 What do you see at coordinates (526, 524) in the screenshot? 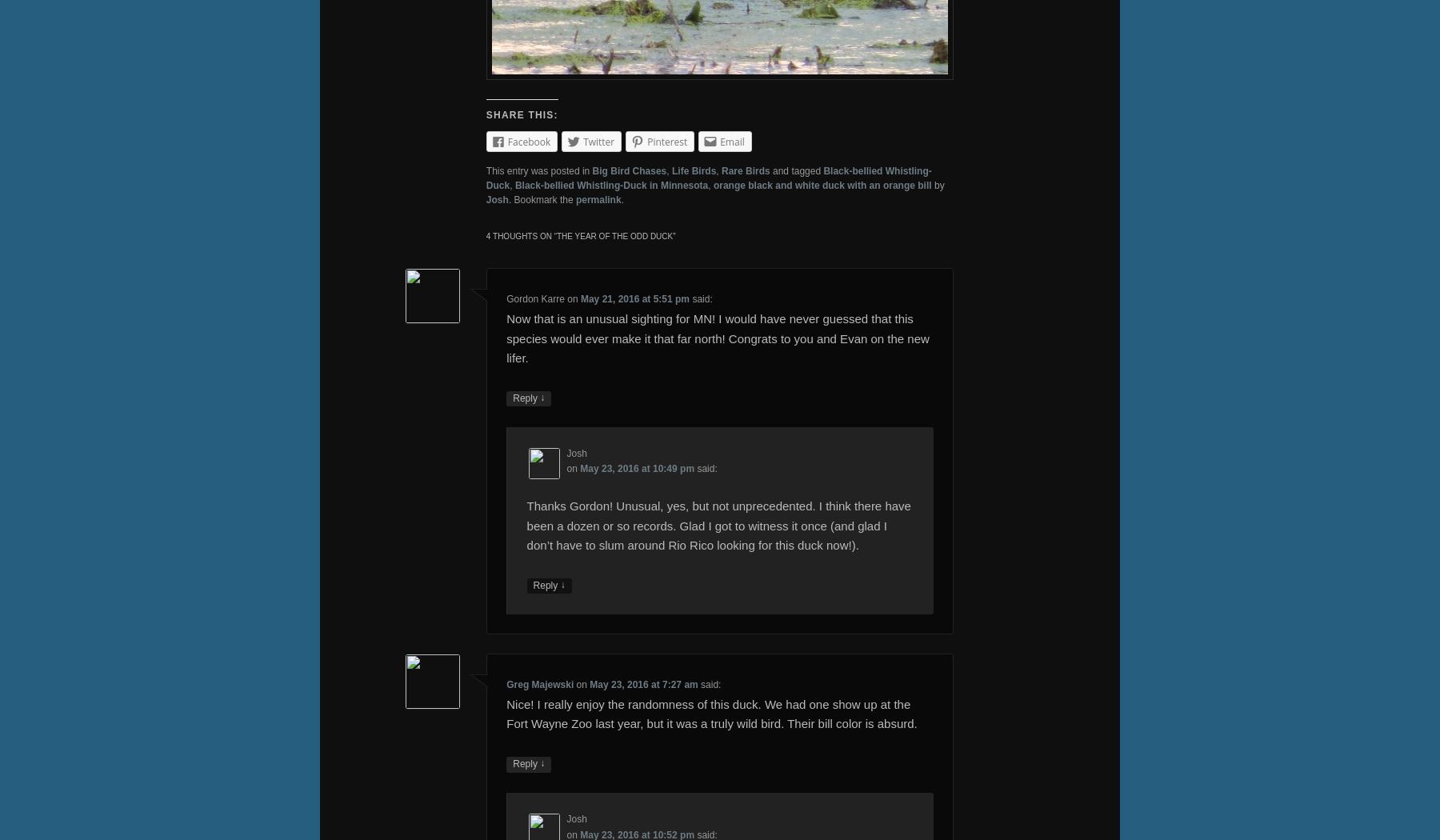
I see `'Thanks Gordon! Unusual, yes, but not unprecedented. I think there have been a dozen or so records. Glad I got to witness it once (and glad I don’t have to slum around Rio Rico looking for this duck now!).'` at bounding box center [526, 524].